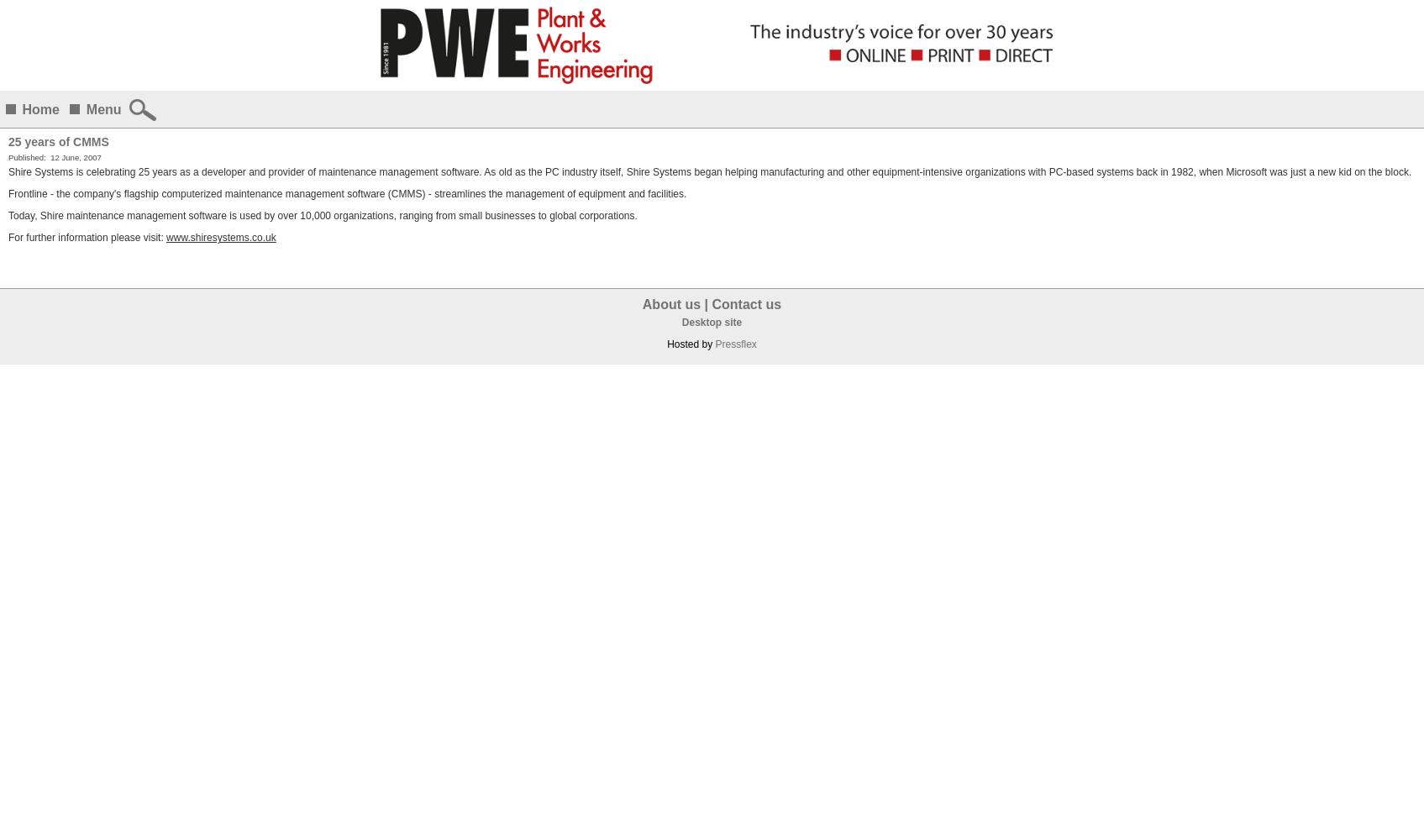  What do you see at coordinates (671, 303) in the screenshot?
I see `'About us'` at bounding box center [671, 303].